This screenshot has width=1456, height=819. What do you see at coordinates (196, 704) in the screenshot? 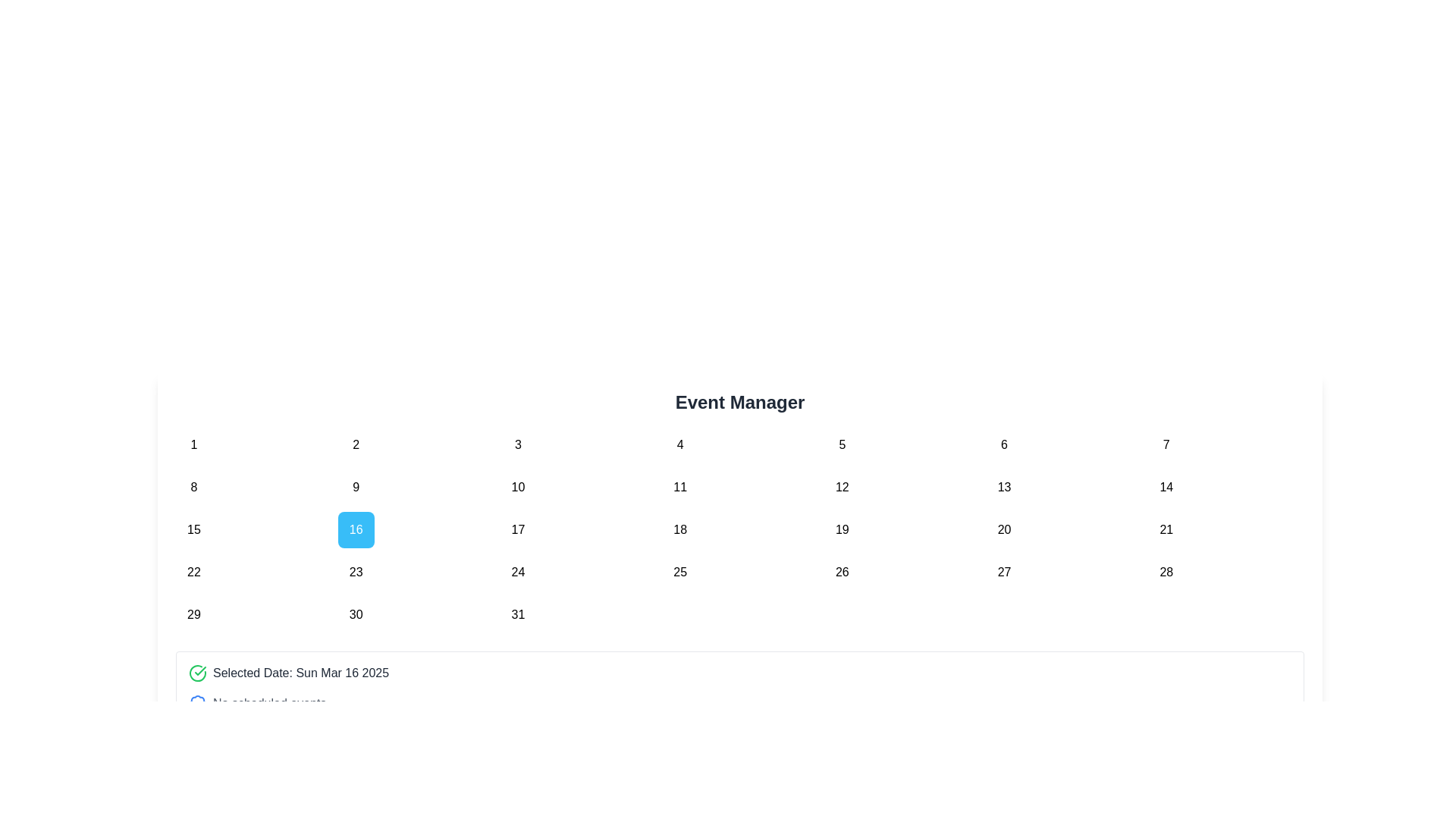
I see `the icon indicating no scheduled events, which is located at the bottom-left corner of the layout, directly before the text 'No scheduled events.'` at bounding box center [196, 704].